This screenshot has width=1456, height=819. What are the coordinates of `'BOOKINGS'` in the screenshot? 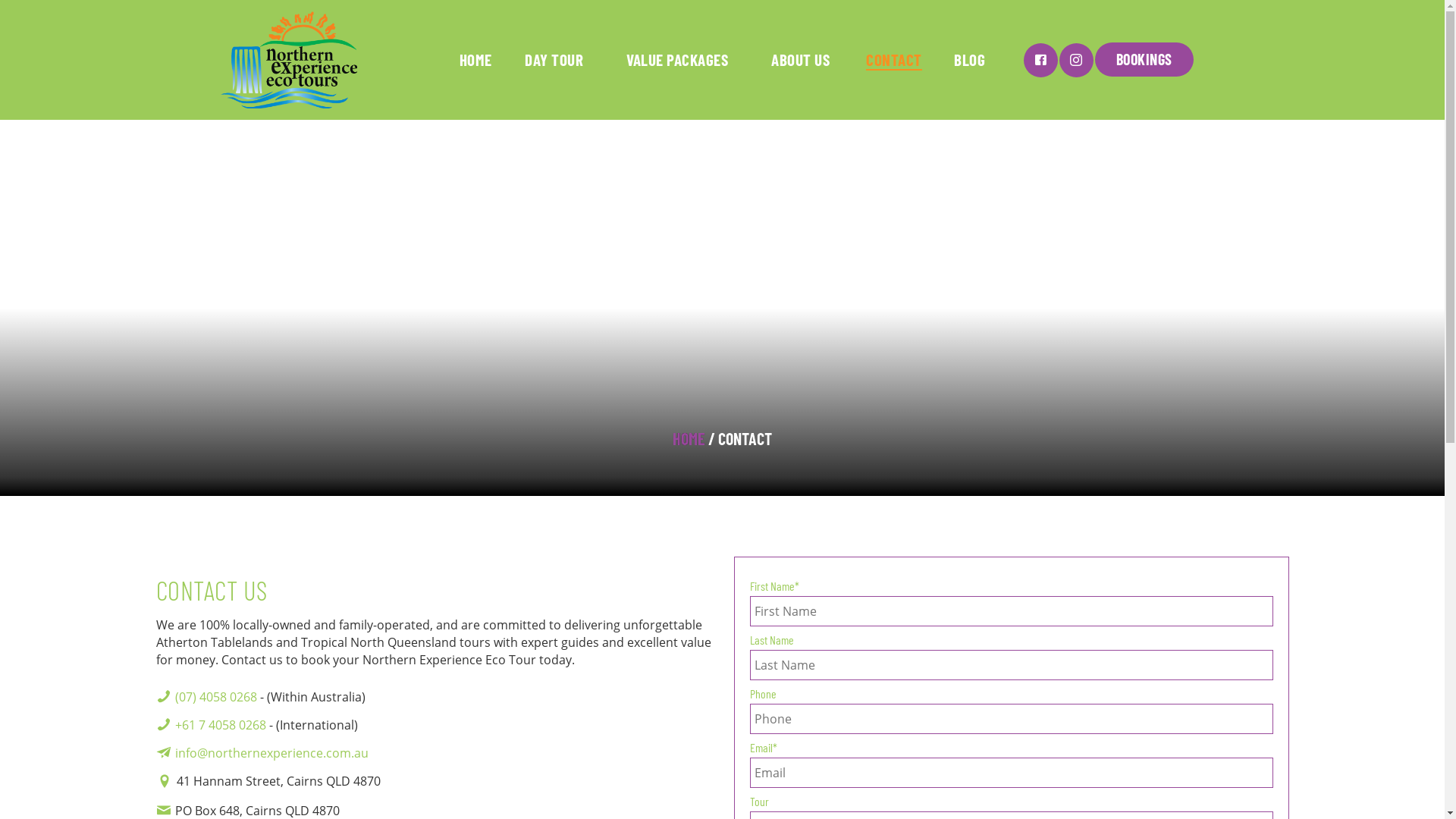 It's located at (1144, 58).